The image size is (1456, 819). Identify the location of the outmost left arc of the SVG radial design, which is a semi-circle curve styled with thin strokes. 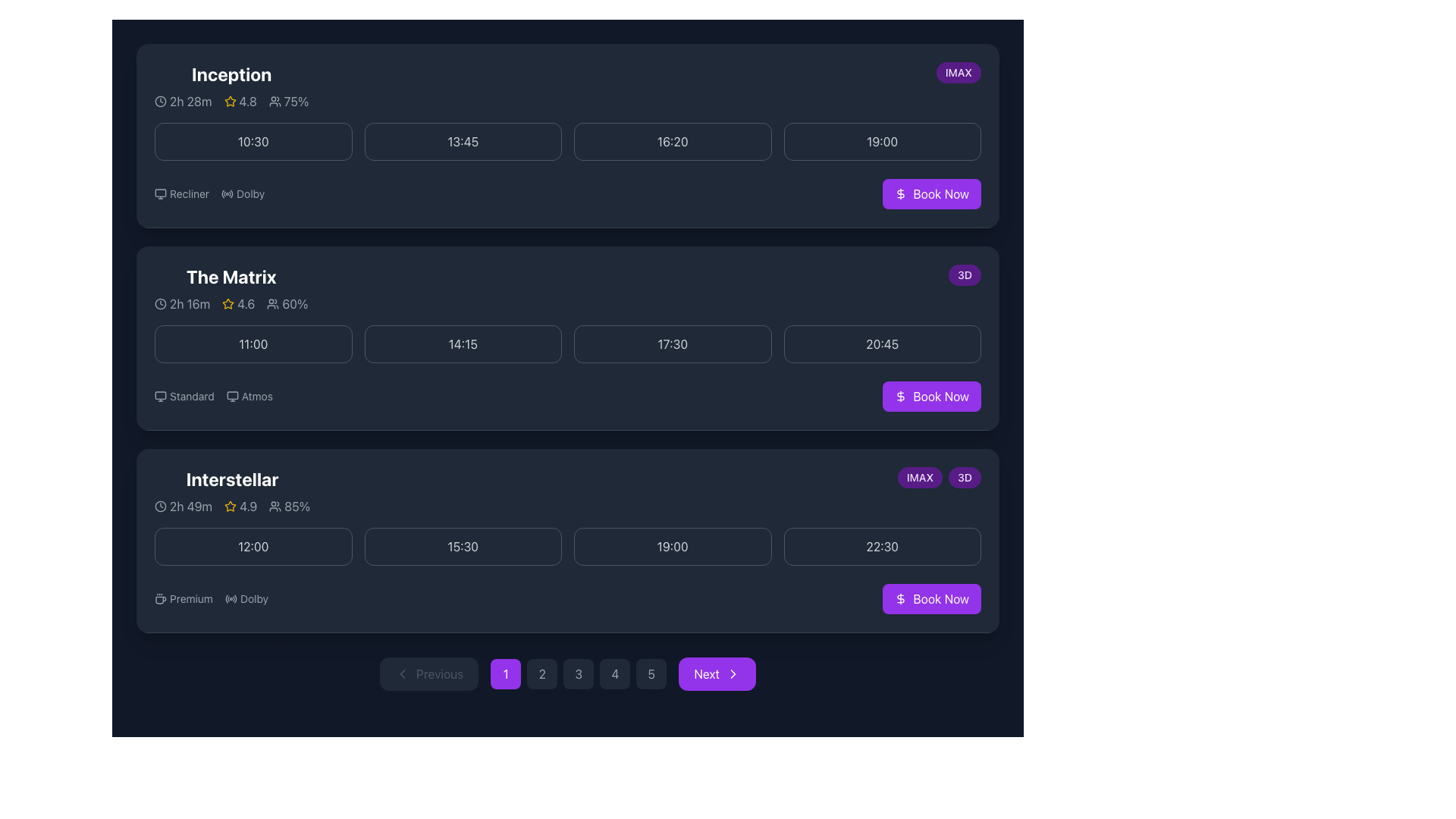
(222, 193).